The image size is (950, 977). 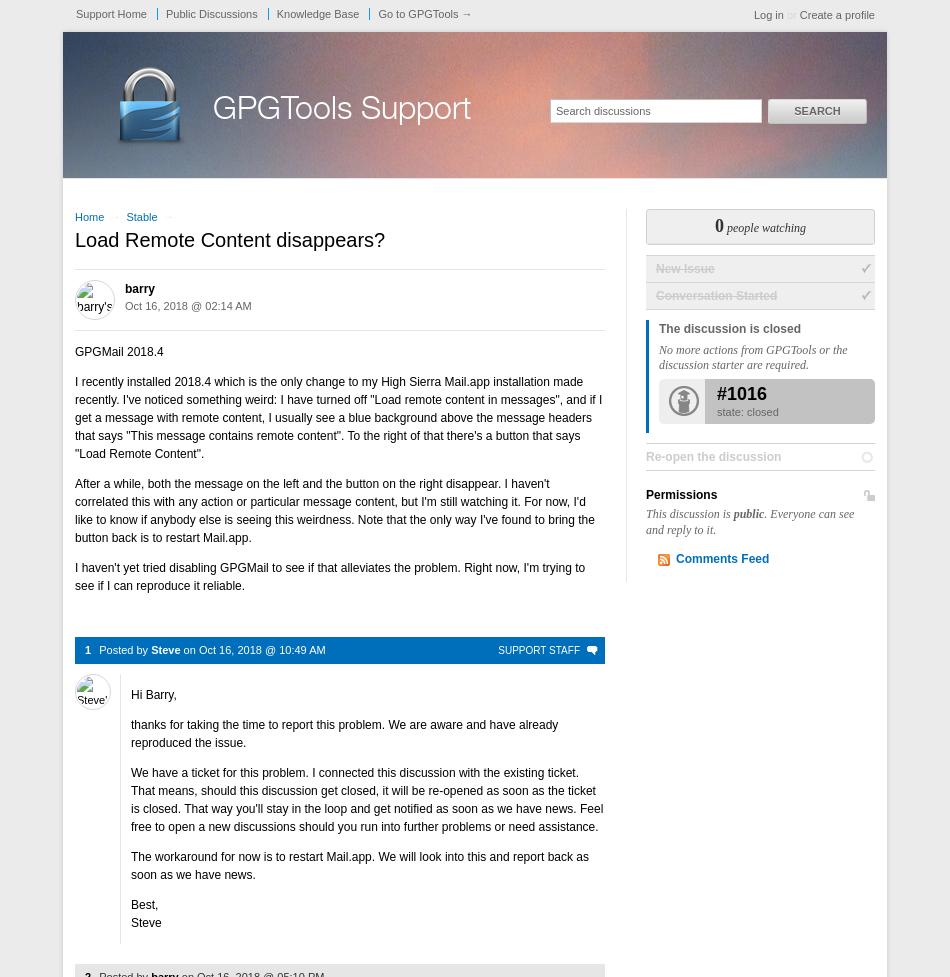 What do you see at coordinates (153, 693) in the screenshot?
I see `'Hi Barry,'` at bounding box center [153, 693].